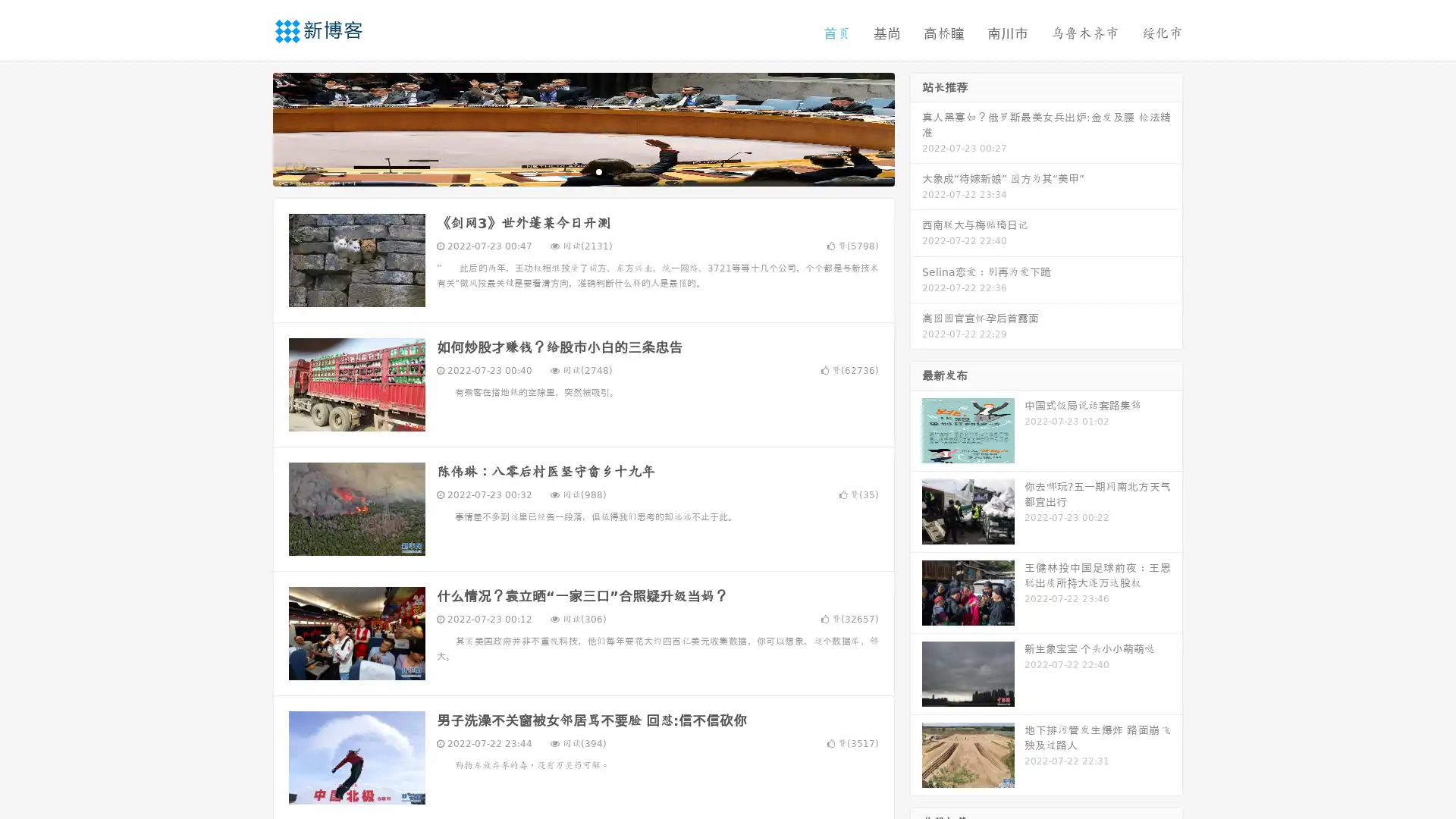 This screenshot has height=819, width=1456. What do you see at coordinates (582, 171) in the screenshot?
I see `Go to slide 2` at bounding box center [582, 171].